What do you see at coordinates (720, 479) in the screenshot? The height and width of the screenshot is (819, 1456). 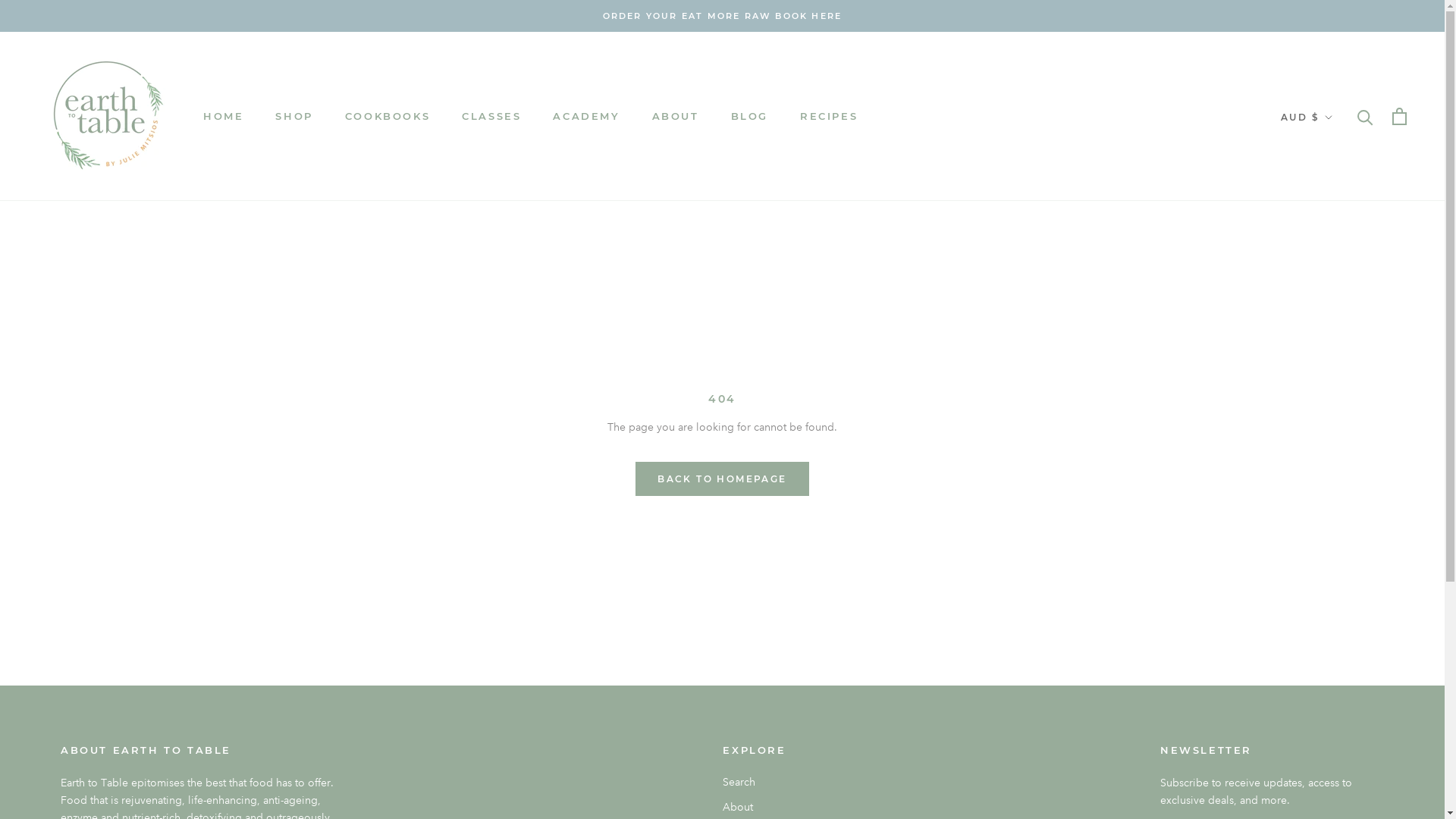 I see `'BACK TO HOMEPAGE'` at bounding box center [720, 479].